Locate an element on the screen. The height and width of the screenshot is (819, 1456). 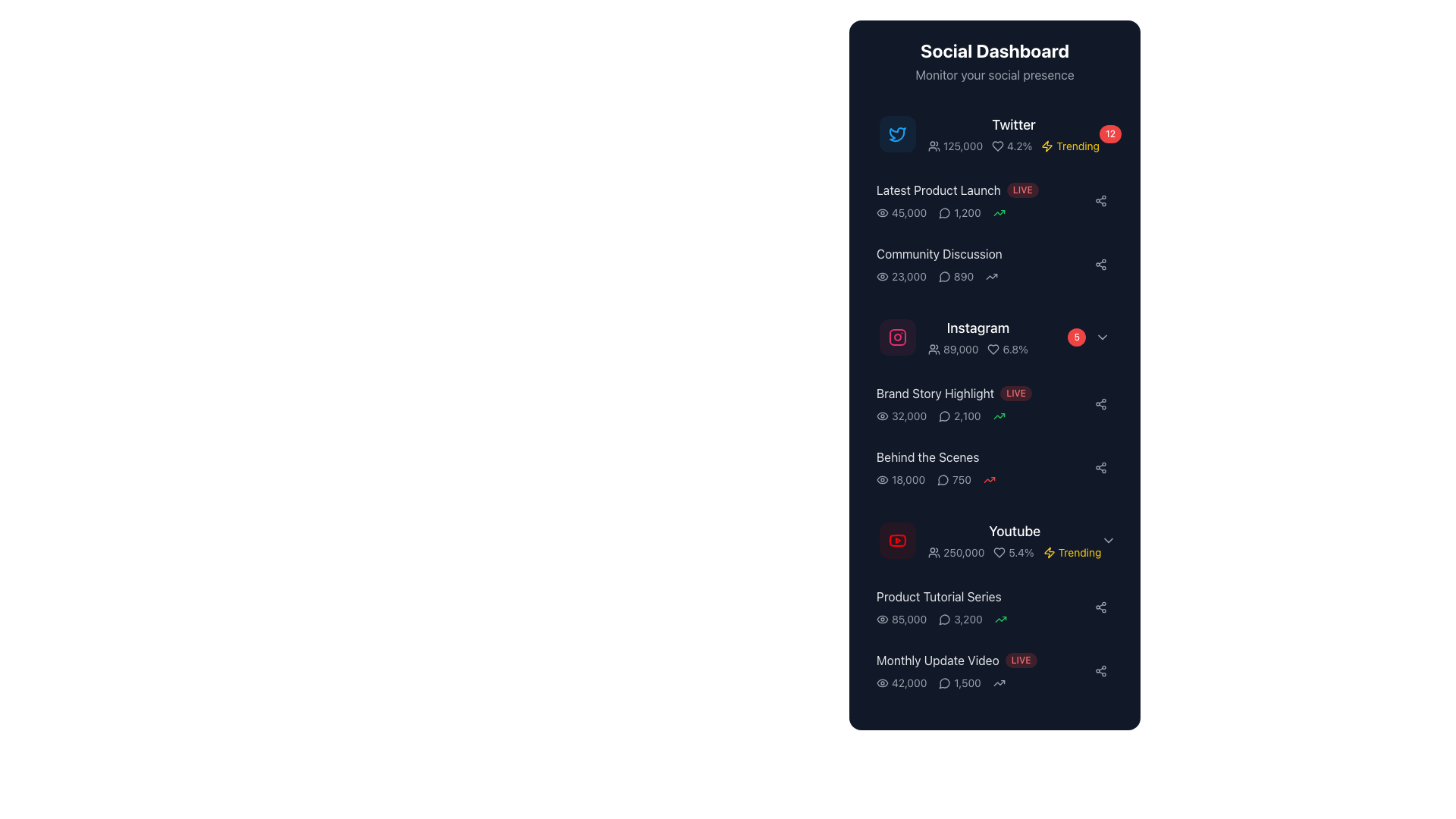
the 'Community Discussion' information row to analyze the trending information represented by the numerical metrics and icons is located at coordinates (994, 263).